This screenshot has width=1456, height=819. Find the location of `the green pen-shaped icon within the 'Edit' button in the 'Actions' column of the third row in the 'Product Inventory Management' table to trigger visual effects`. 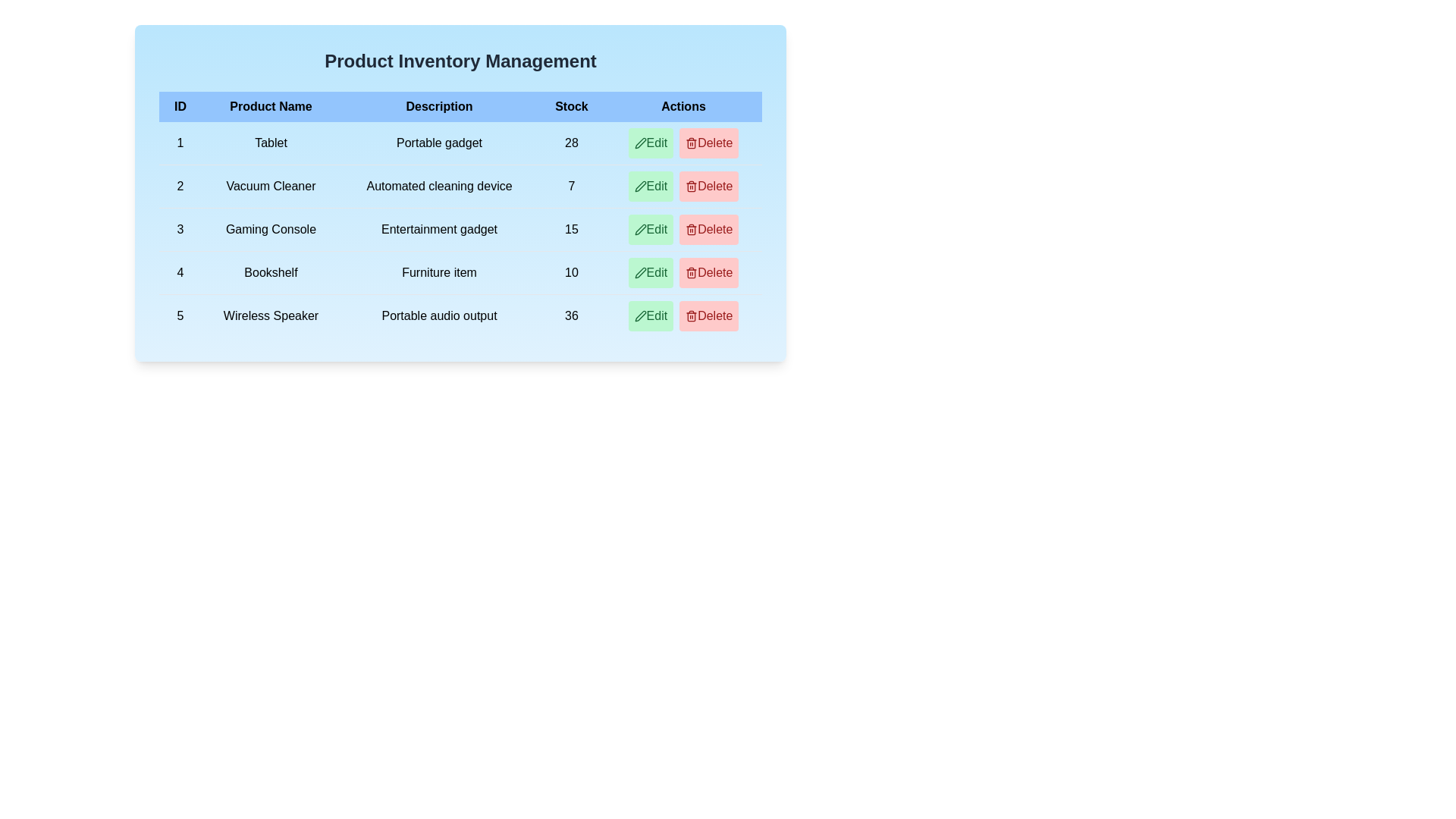

the green pen-shaped icon within the 'Edit' button in the 'Actions' column of the third row in the 'Product Inventory Management' table to trigger visual effects is located at coordinates (640, 230).